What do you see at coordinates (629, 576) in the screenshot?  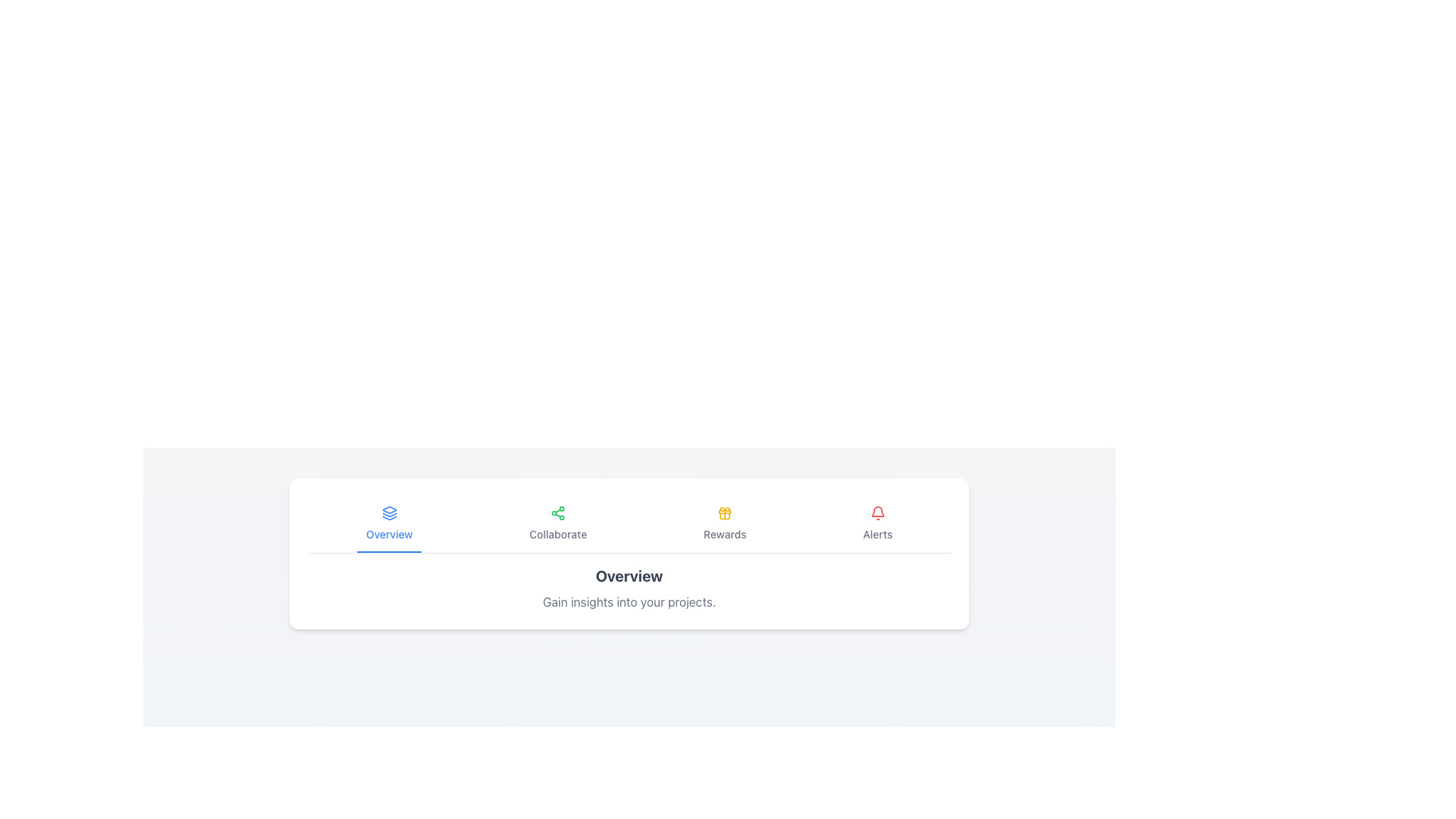 I see `the text element that reads 'Overview', which is styled in bold, large gray font and is located at the center of the interface, directly above the text 'Gain insights into your projects.'` at bounding box center [629, 576].